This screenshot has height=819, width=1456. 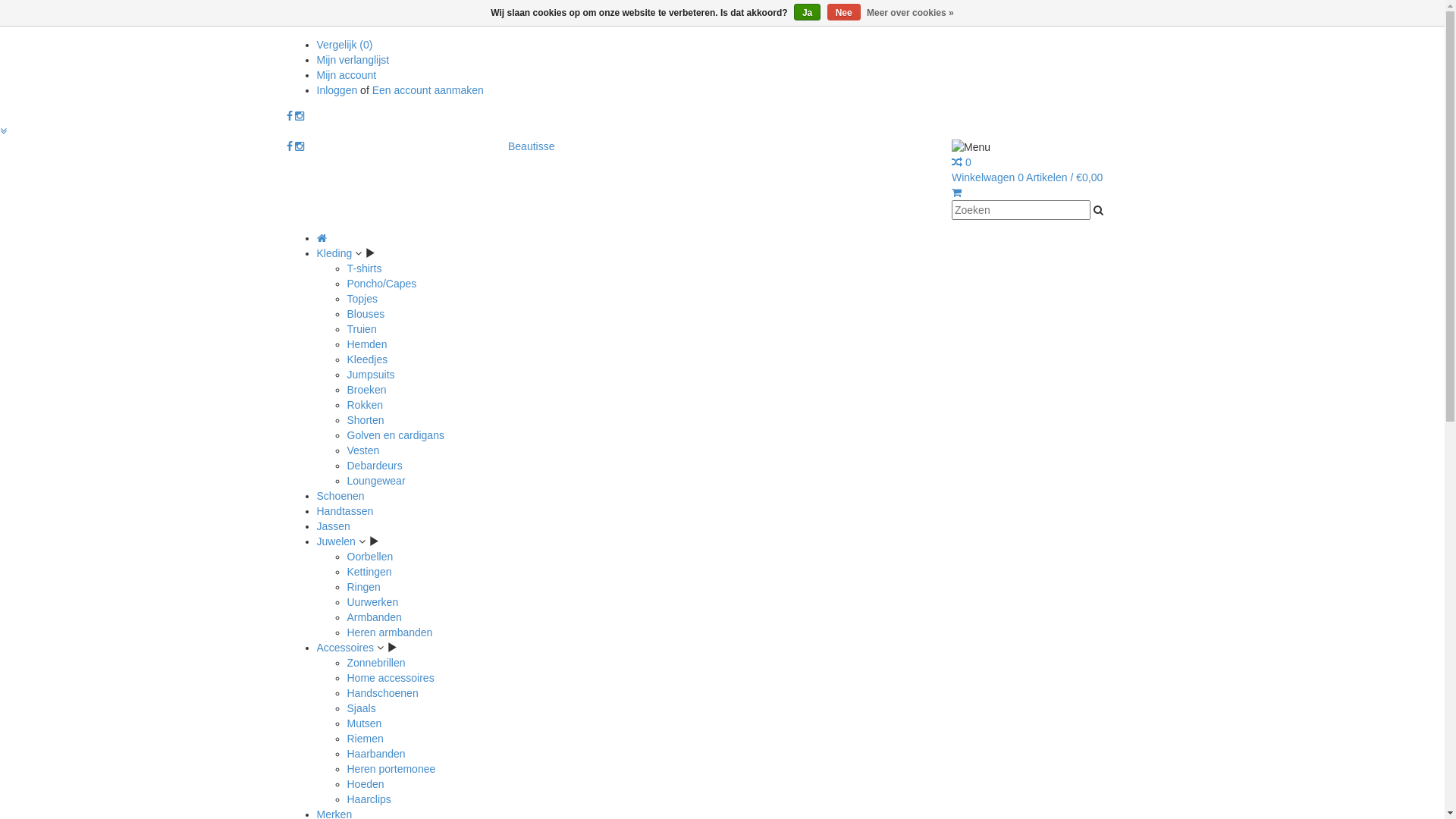 I want to click on 'Kleedjes', so click(x=346, y=359).